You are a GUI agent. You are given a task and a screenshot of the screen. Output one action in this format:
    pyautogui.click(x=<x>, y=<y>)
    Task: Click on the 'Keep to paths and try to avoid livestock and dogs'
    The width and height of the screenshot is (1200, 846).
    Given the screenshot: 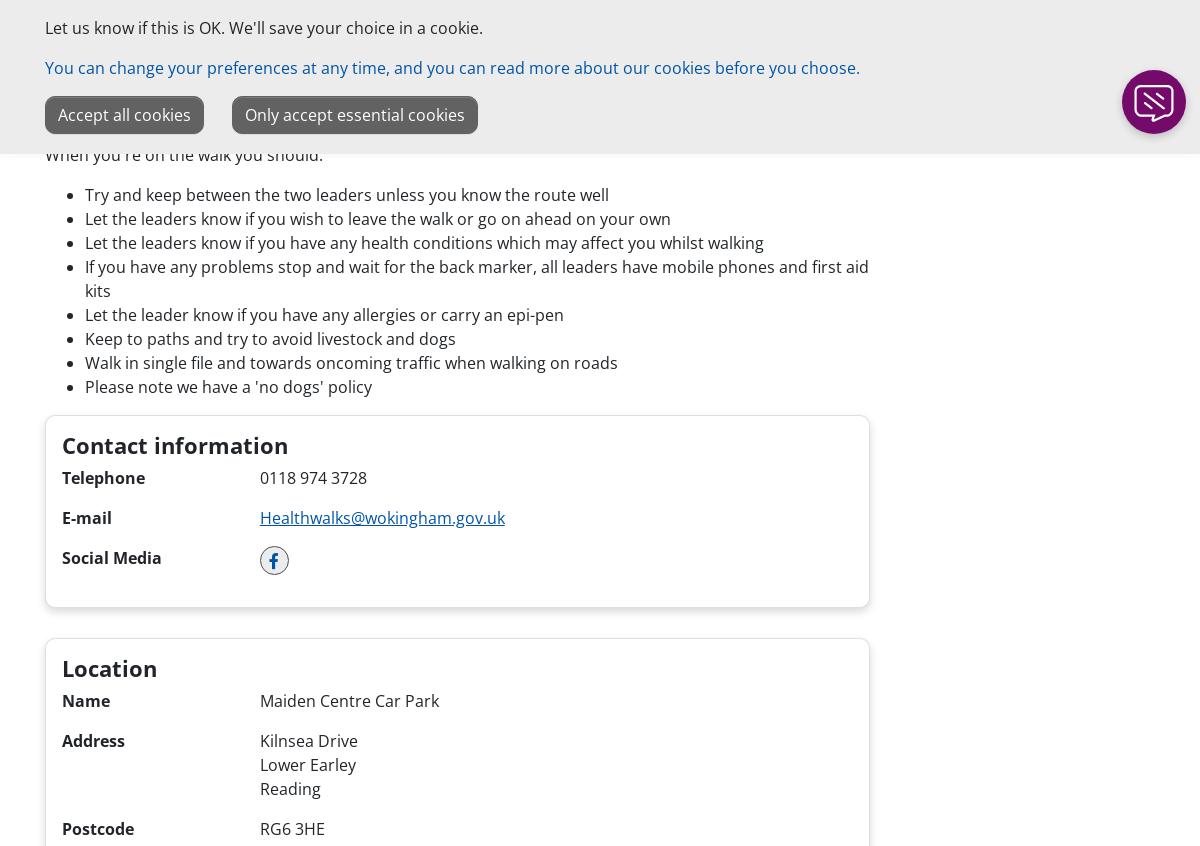 What is the action you would take?
    pyautogui.click(x=269, y=336)
    